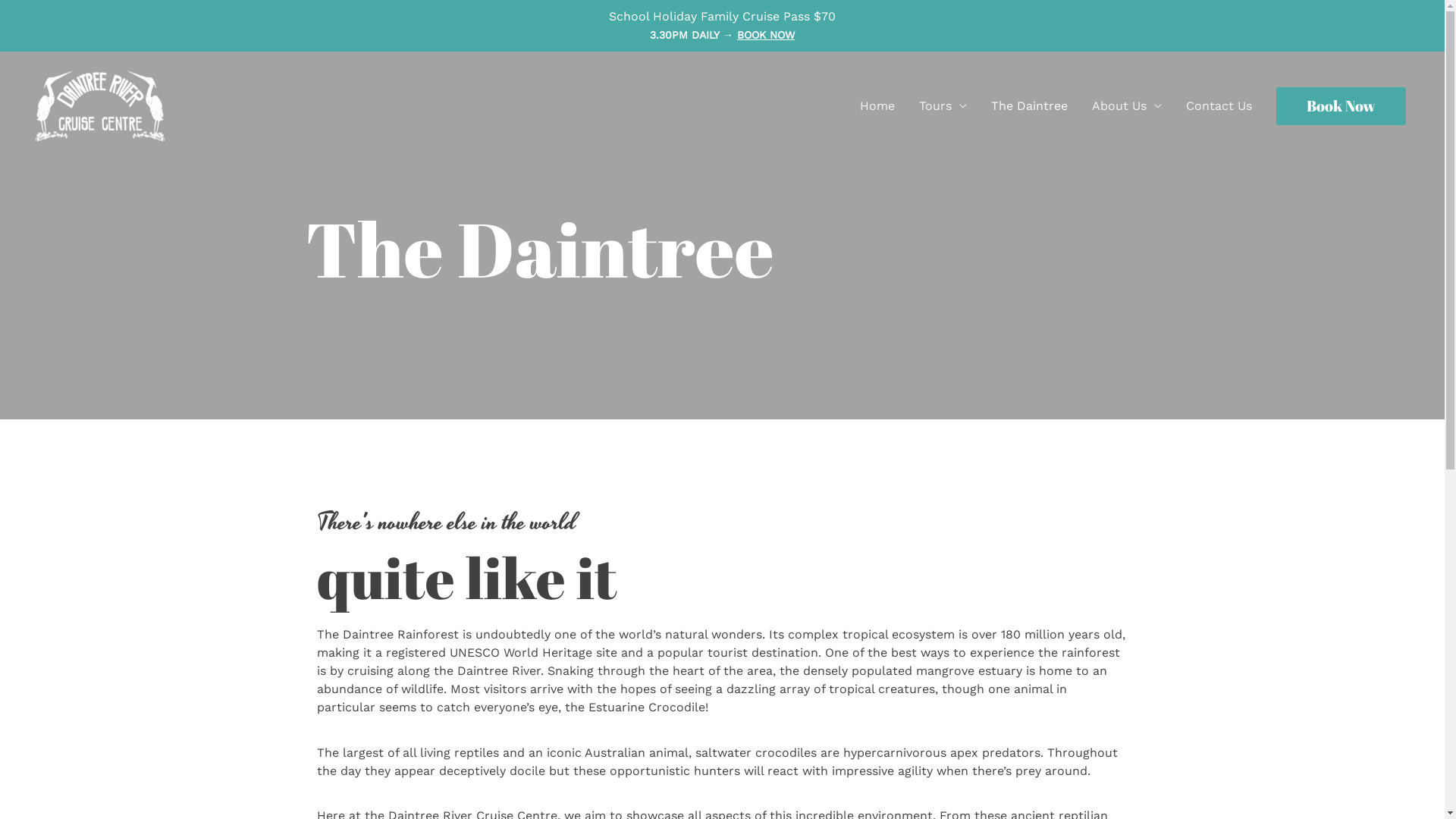 The width and height of the screenshot is (1456, 819). What do you see at coordinates (877, 105) in the screenshot?
I see `'Home'` at bounding box center [877, 105].